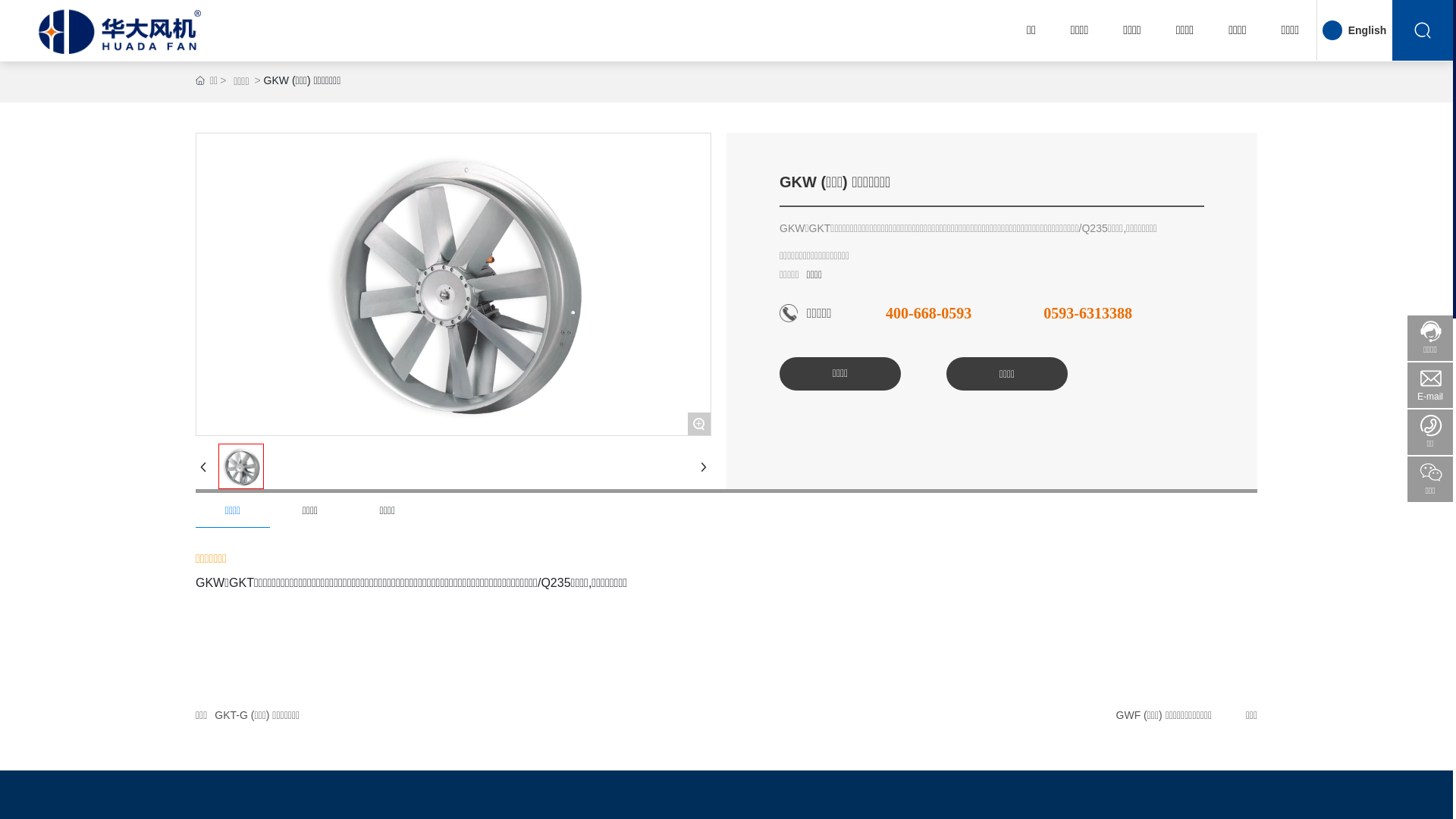  What do you see at coordinates (1087, 312) in the screenshot?
I see `'0593-6313388'` at bounding box center [1087, 312].